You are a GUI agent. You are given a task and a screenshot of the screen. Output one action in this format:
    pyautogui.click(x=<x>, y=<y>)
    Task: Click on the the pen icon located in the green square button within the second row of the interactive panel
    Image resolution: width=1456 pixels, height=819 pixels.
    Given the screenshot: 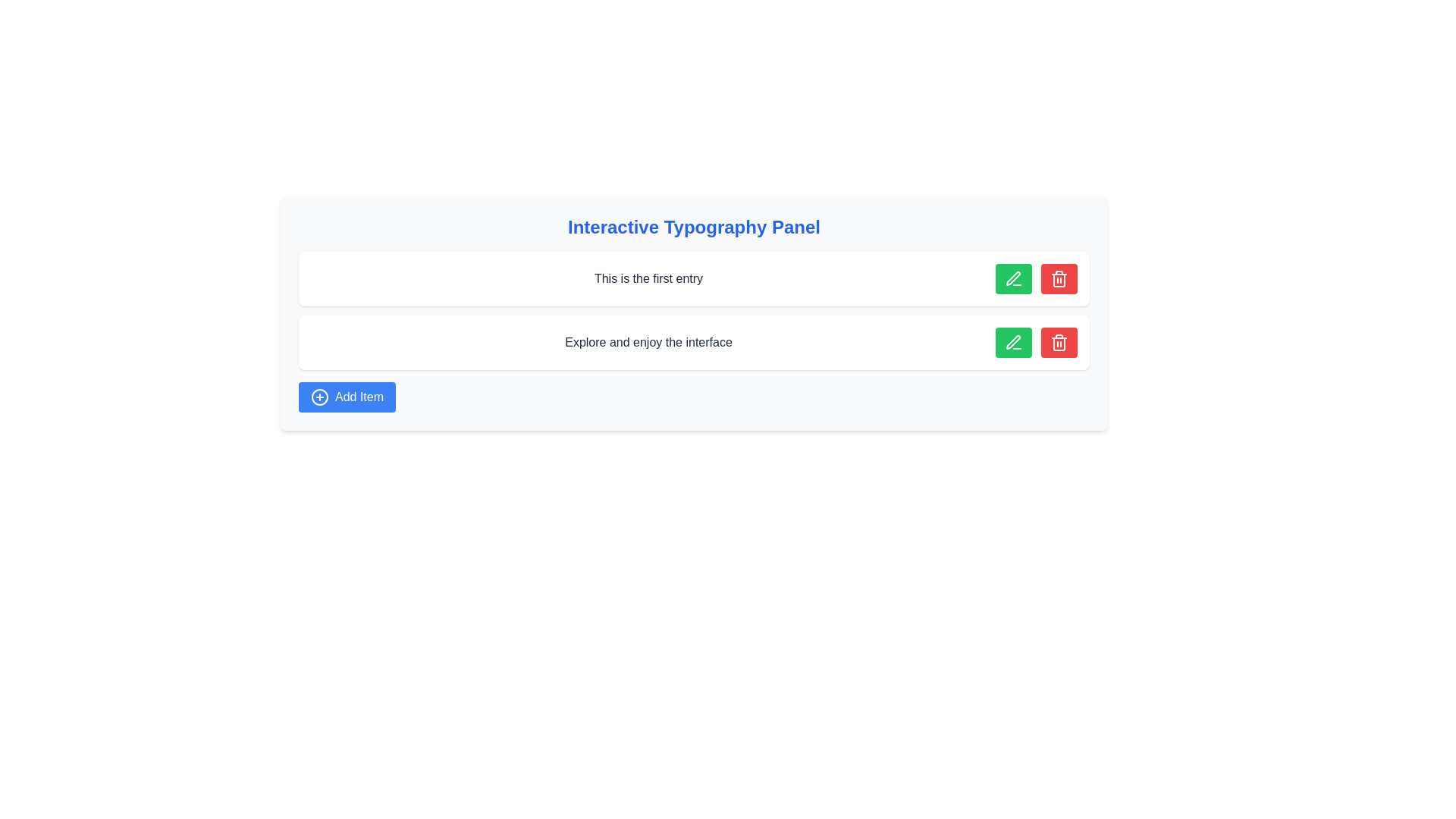 What is the action you would take?
    pyautogui.click(x=1012, y=342)
    